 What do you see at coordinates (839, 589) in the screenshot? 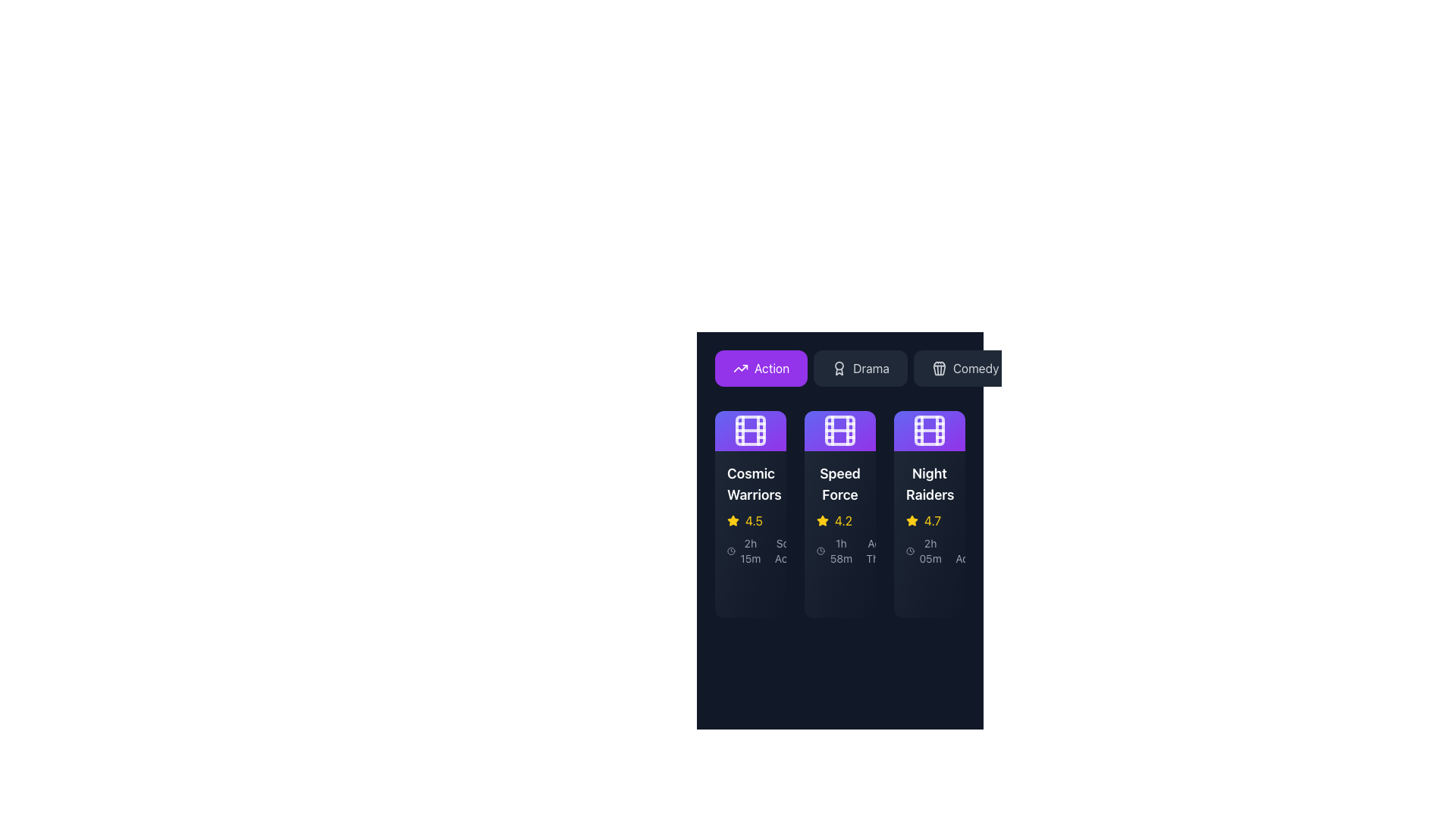
I see `the button located at the bottom center of the 'Speed Force' movie tile` at bounding box center [839, 589].